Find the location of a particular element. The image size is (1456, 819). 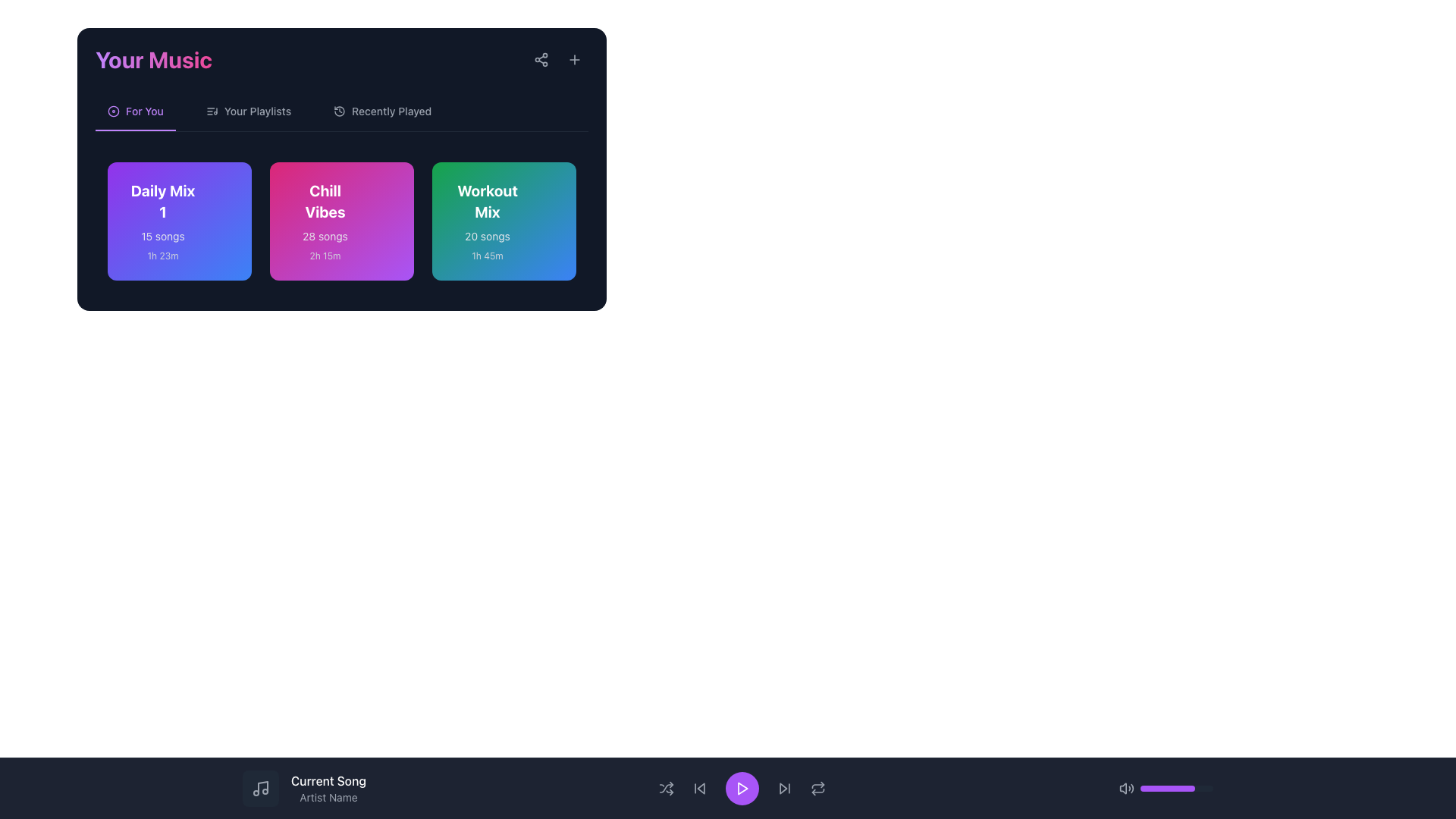

the share icon represented by three circles connected via lines, located in the top-right corner of the Your Music section is located at coordinates (541, 58).